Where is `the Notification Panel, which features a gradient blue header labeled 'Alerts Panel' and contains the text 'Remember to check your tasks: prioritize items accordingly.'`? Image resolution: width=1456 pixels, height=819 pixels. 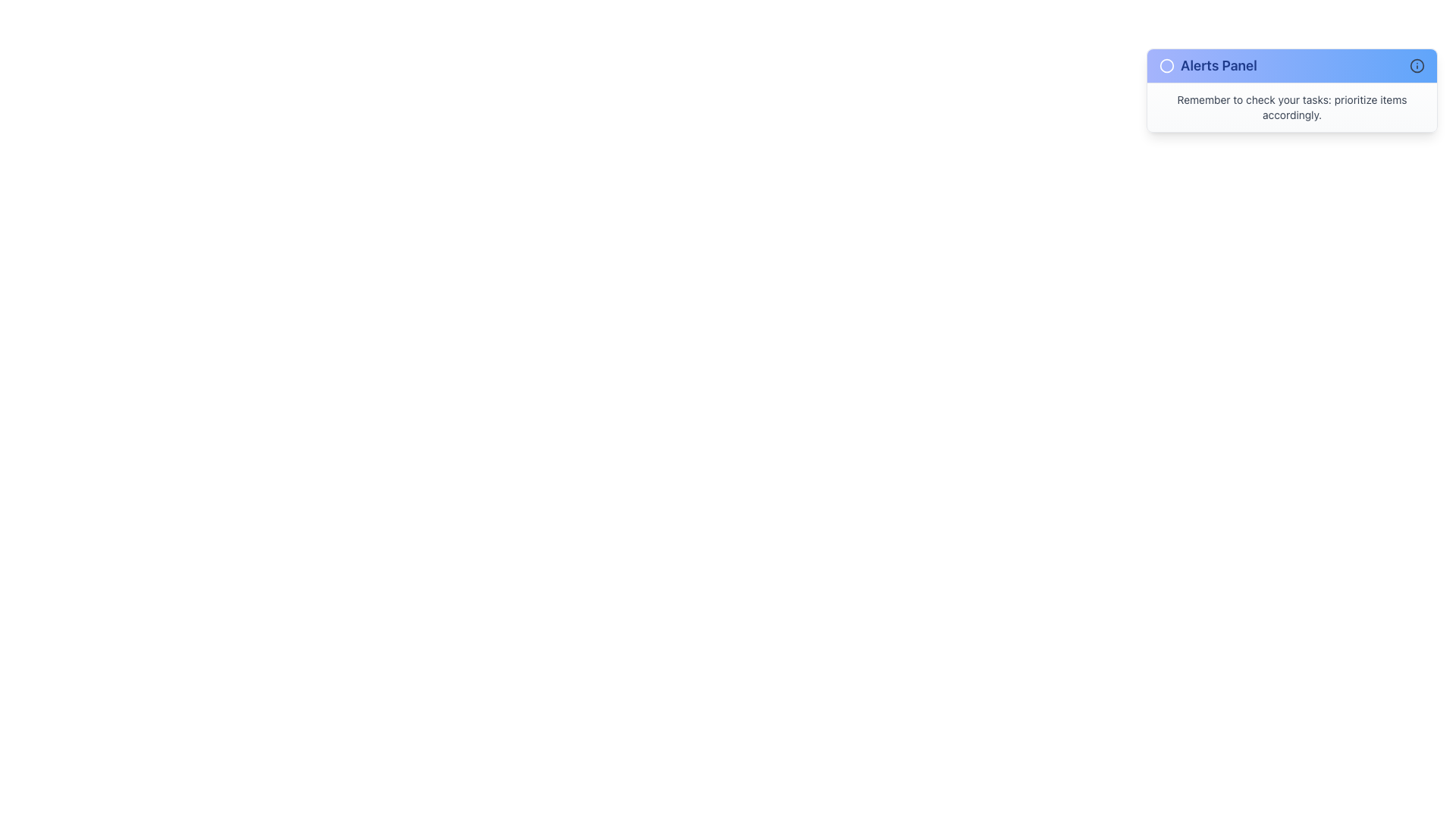 the Notification Panel, which features a gradient blue header labeled 'Alerts Panel' and contains the text 'Remember to check your tasks: prioritize items accordingly.' is located at coordinates (1291, 90).